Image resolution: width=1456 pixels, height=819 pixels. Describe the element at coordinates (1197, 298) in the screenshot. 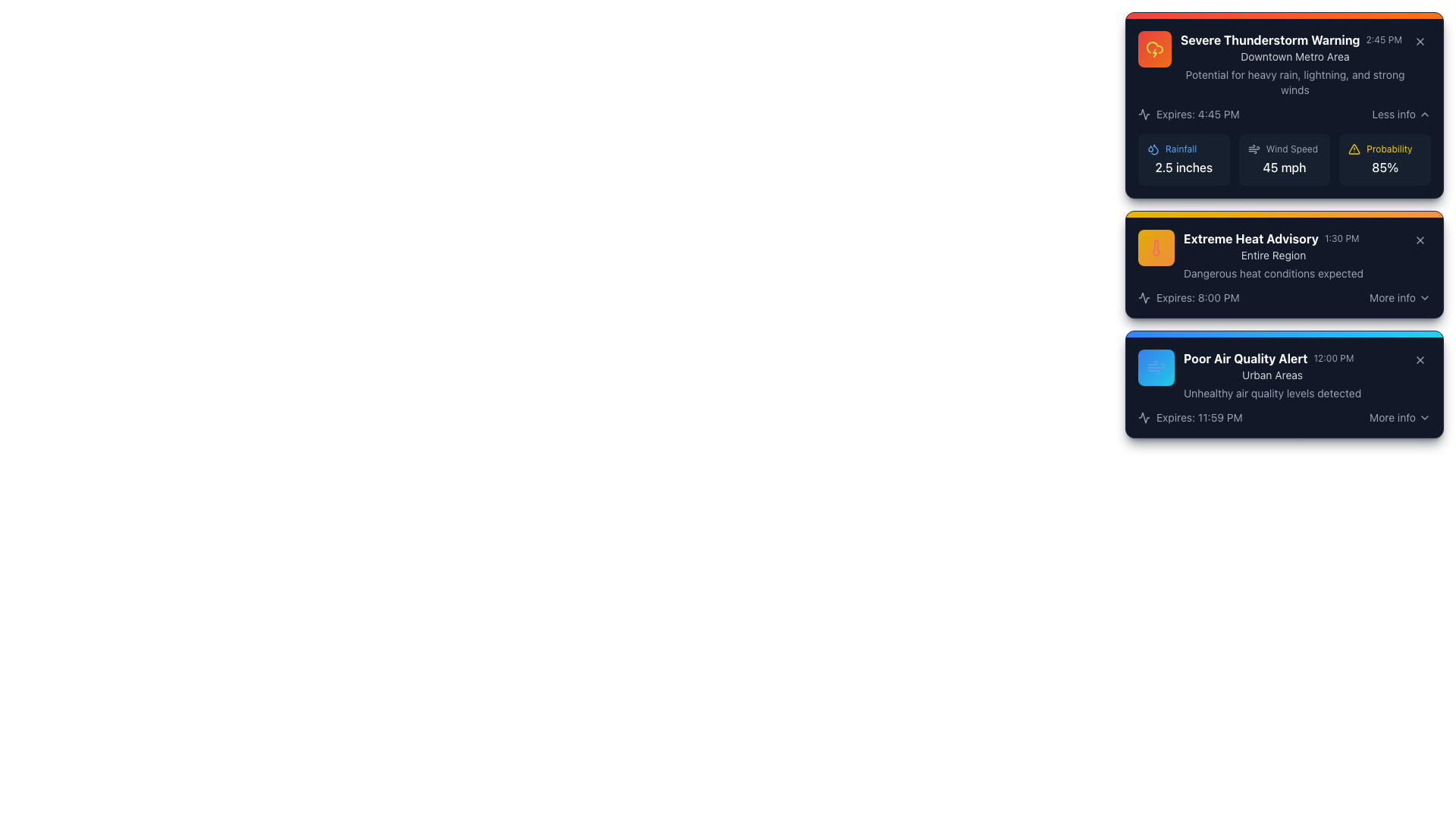

I see `the Static Text Label displaying 'Expires: 8:00 PM' in a bold font, which is located below the 'Extreme Heat Advisory' card` at that location.